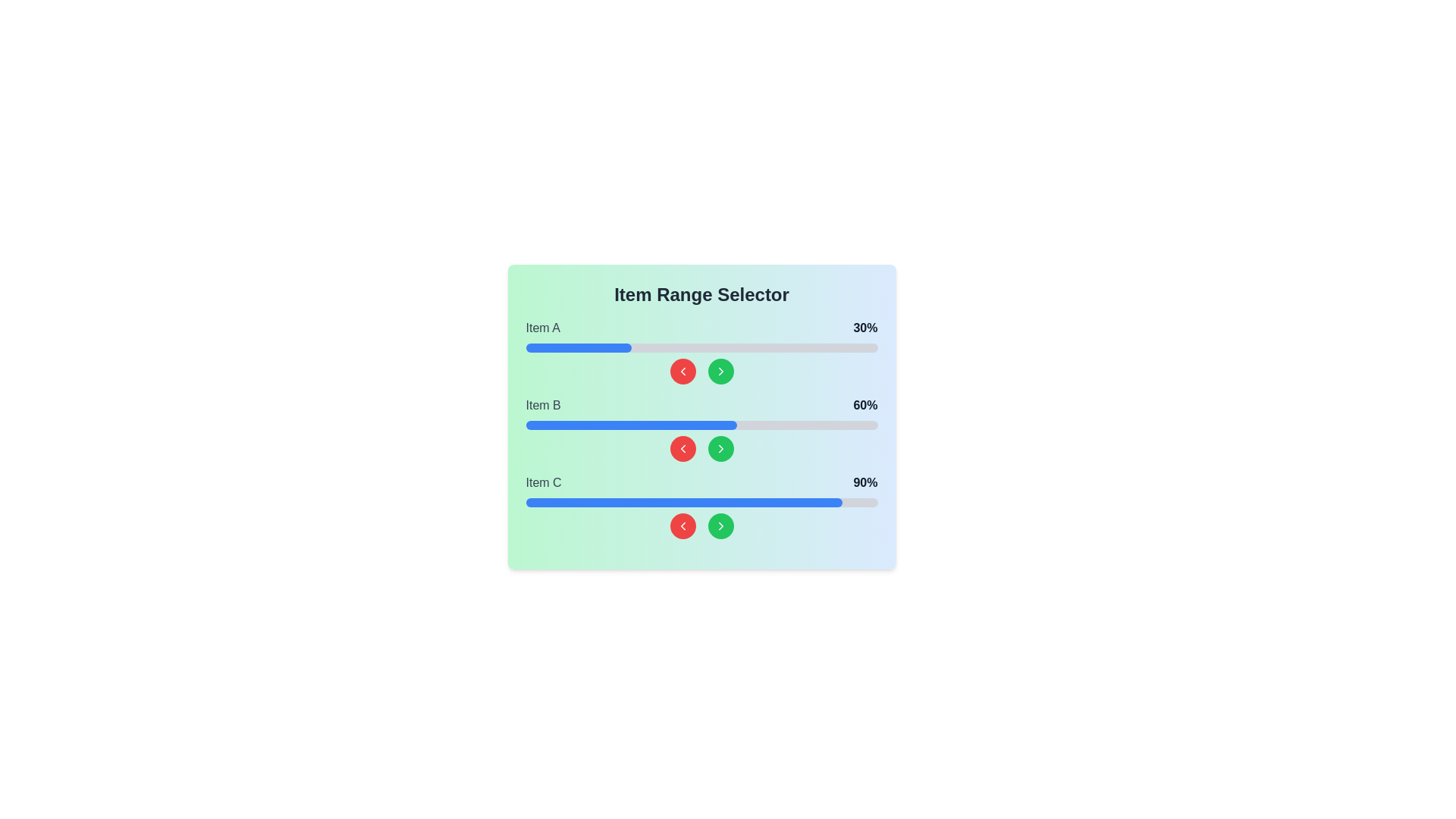 The height and width of the screenshot is (819, 1456). Describe the element at coordinates (694, 425) in the screenshot. I see `the slider` at that location.